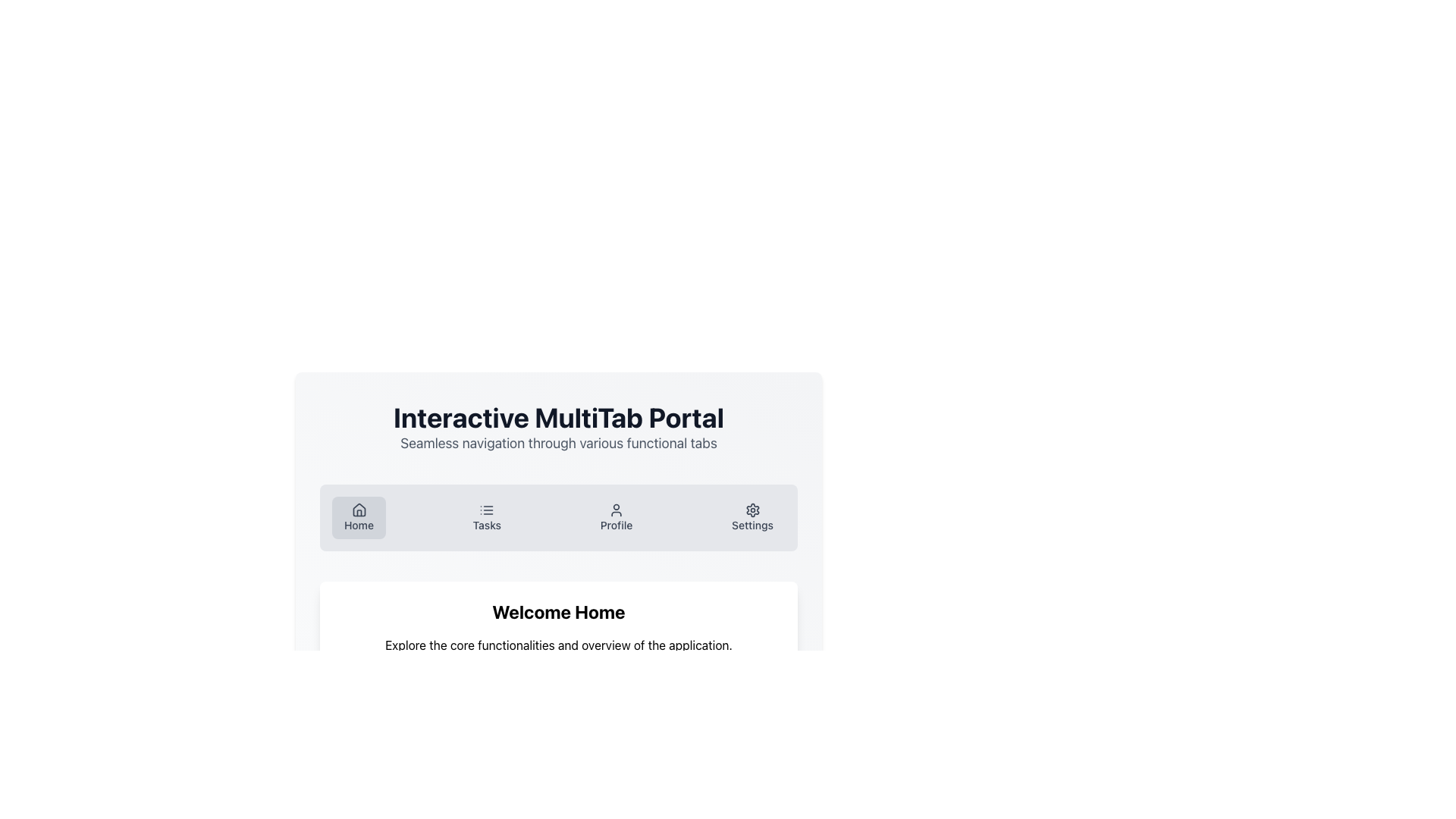 The width and height of the screenshot is (1456, 819). I want to click on the 'Profile' button, which is a vertically aligned button with a circular user silhouette icon and the text label 'Profile', located in the navigation menu between 'Tasks' and 'Settings', so click(617, 516).